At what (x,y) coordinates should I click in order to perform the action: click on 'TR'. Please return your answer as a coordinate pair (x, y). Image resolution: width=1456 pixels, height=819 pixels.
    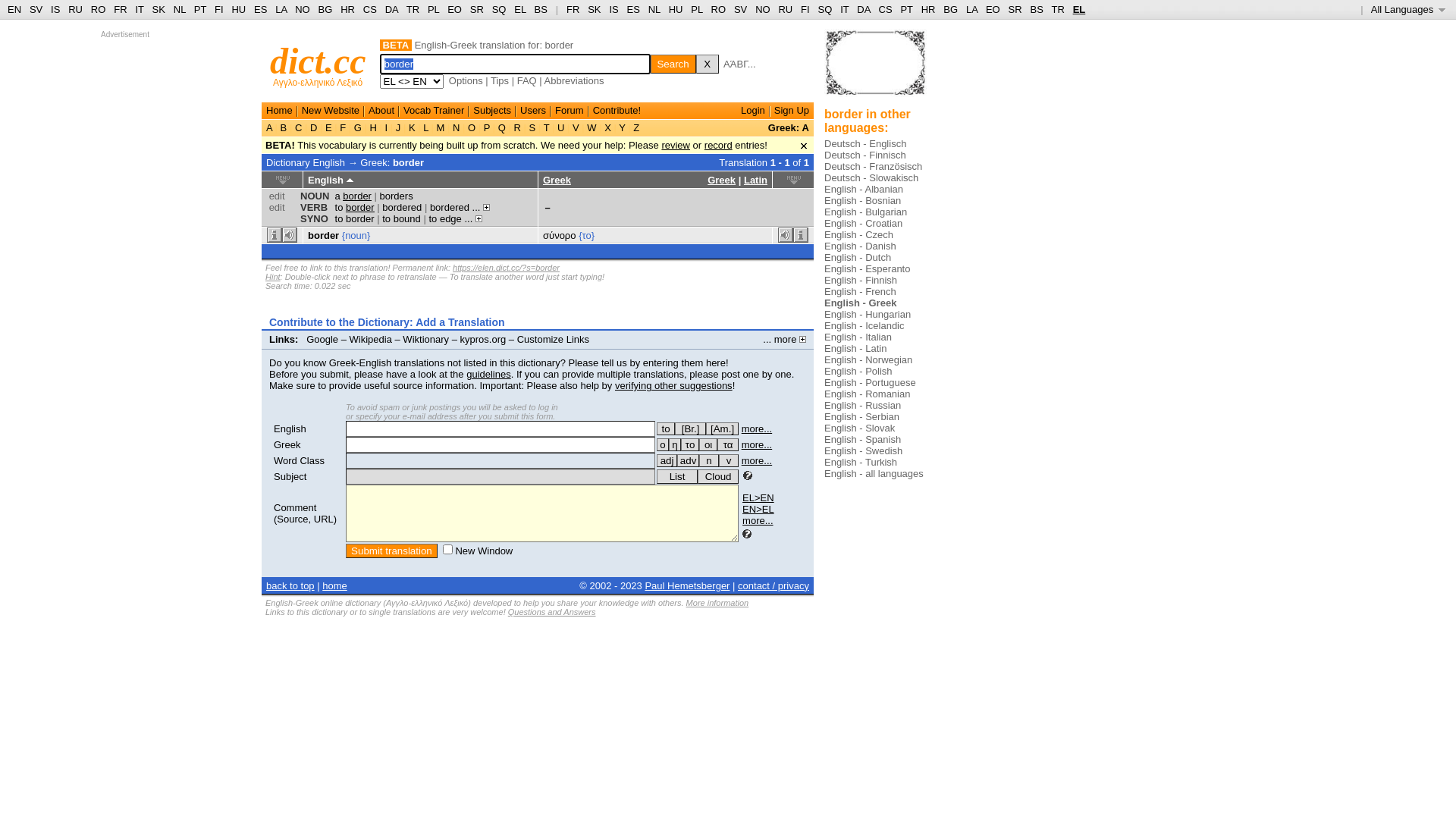
    Looking at the image, I should click on (413, 9).